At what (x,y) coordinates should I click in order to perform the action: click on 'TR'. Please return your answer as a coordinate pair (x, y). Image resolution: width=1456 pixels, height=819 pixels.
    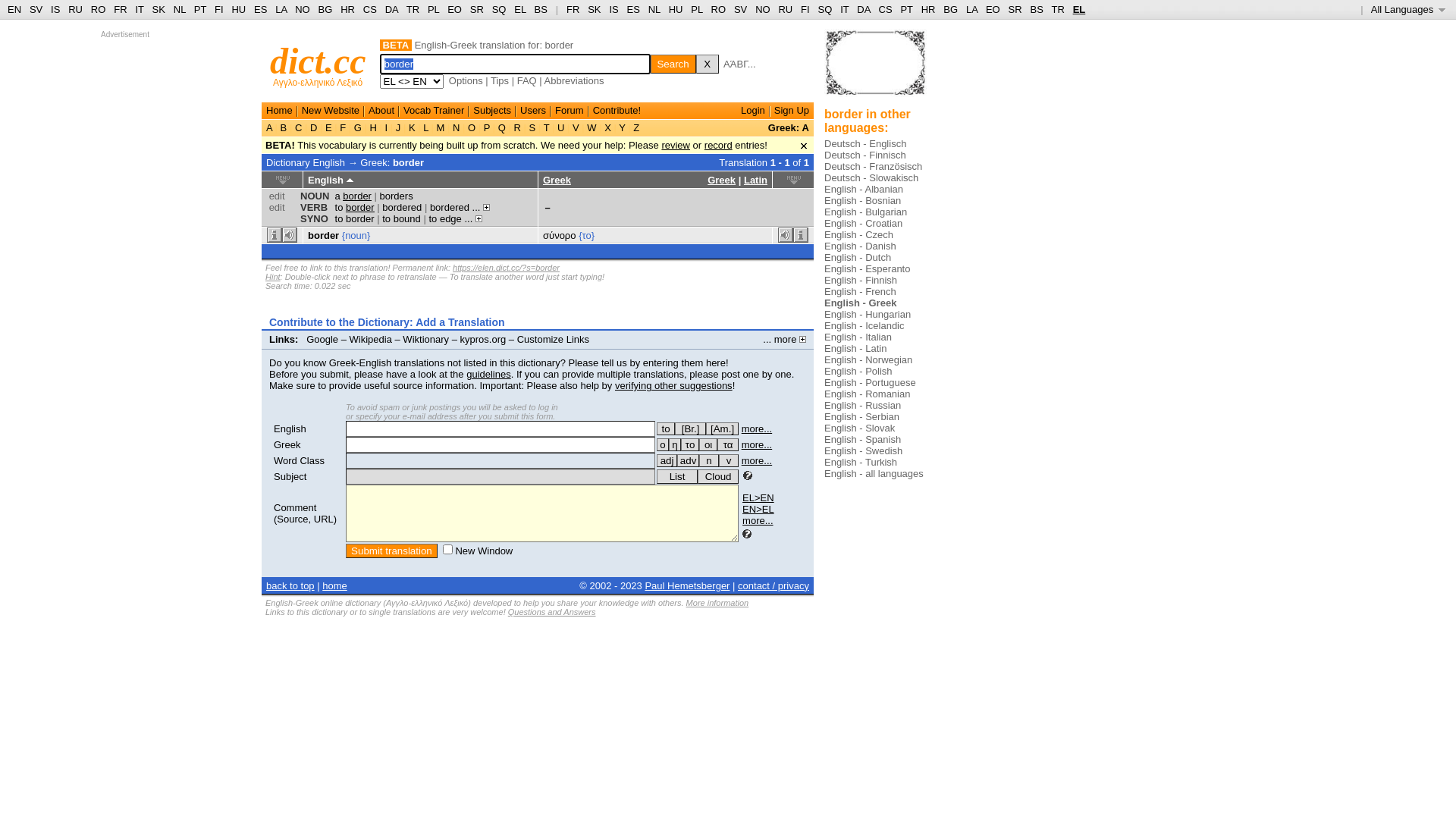
    Looking at the image, I should click on (413, 9).